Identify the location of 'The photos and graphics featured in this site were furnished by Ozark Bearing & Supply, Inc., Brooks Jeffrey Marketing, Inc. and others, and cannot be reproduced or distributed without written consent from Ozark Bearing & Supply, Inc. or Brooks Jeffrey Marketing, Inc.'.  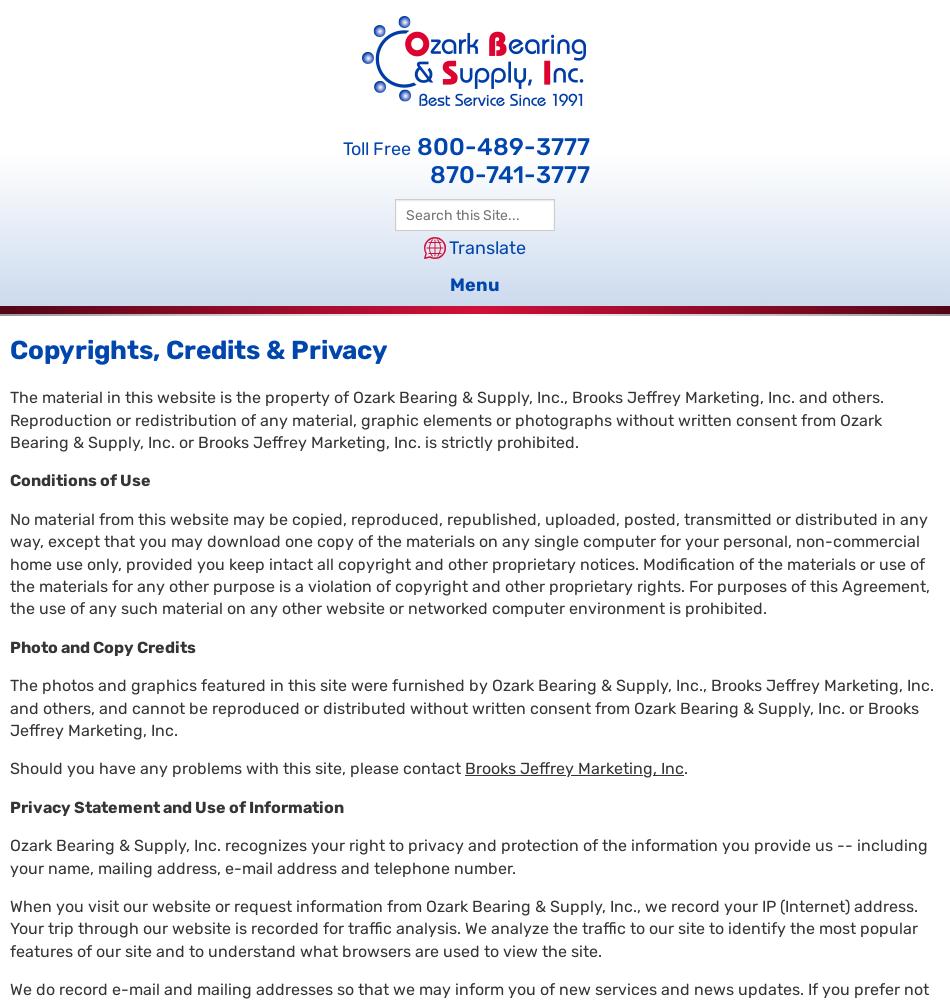
(470, 706).